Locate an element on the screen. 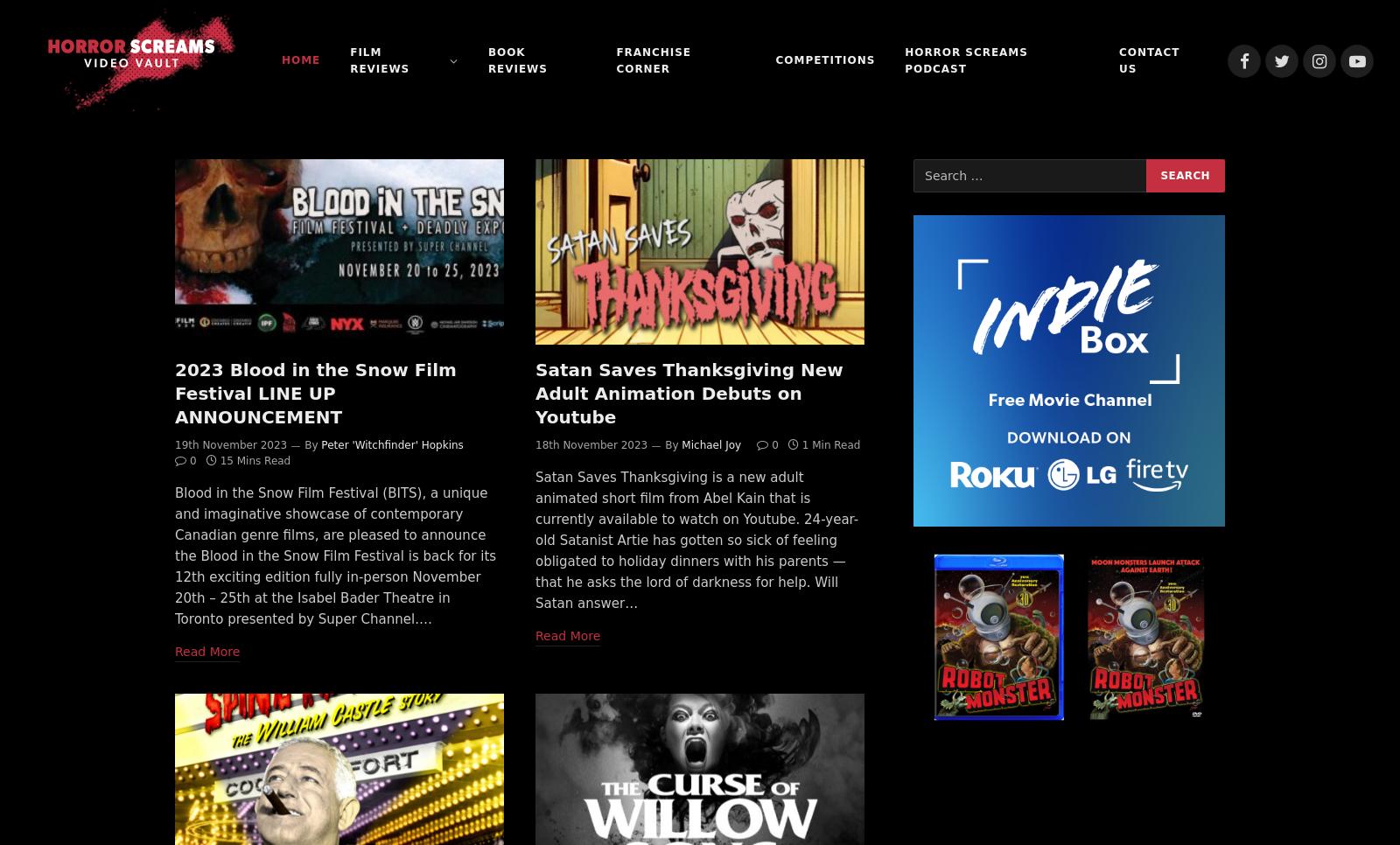  'Home' is located at coordinates (301, 59).